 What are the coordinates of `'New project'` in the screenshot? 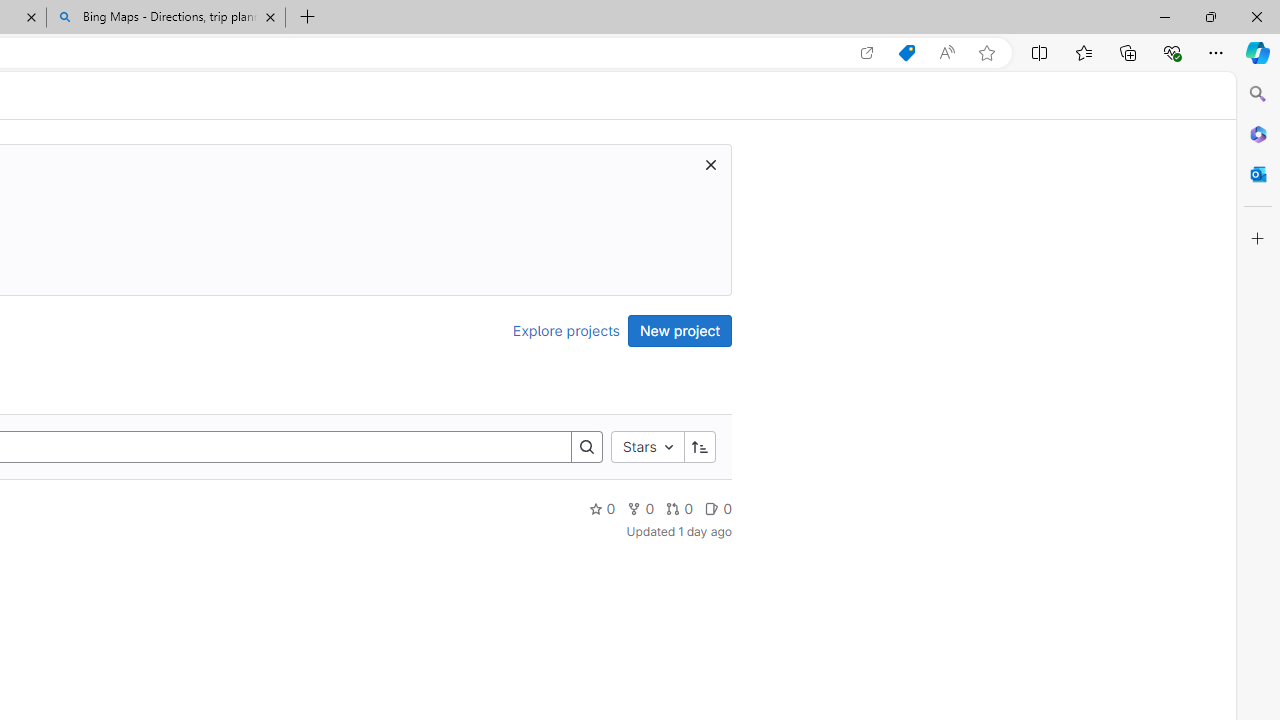 It's located at (680, 329).